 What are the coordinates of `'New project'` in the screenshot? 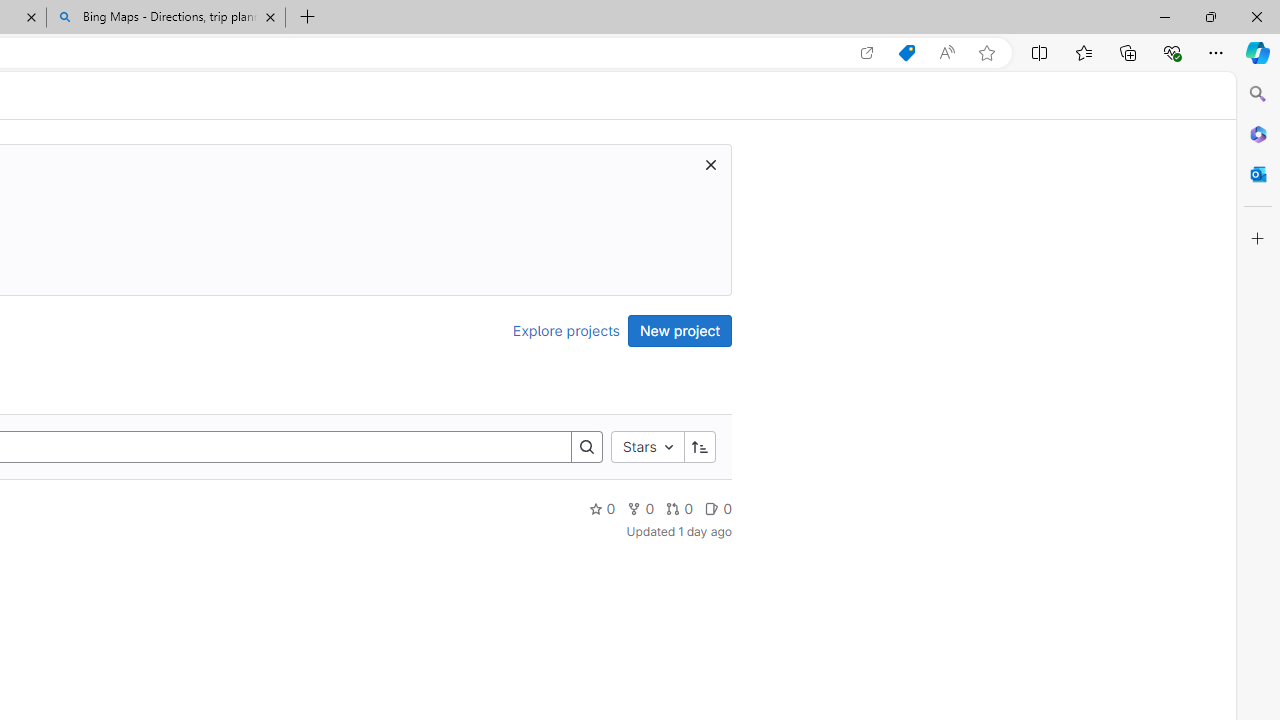 It's located at (680, 329).